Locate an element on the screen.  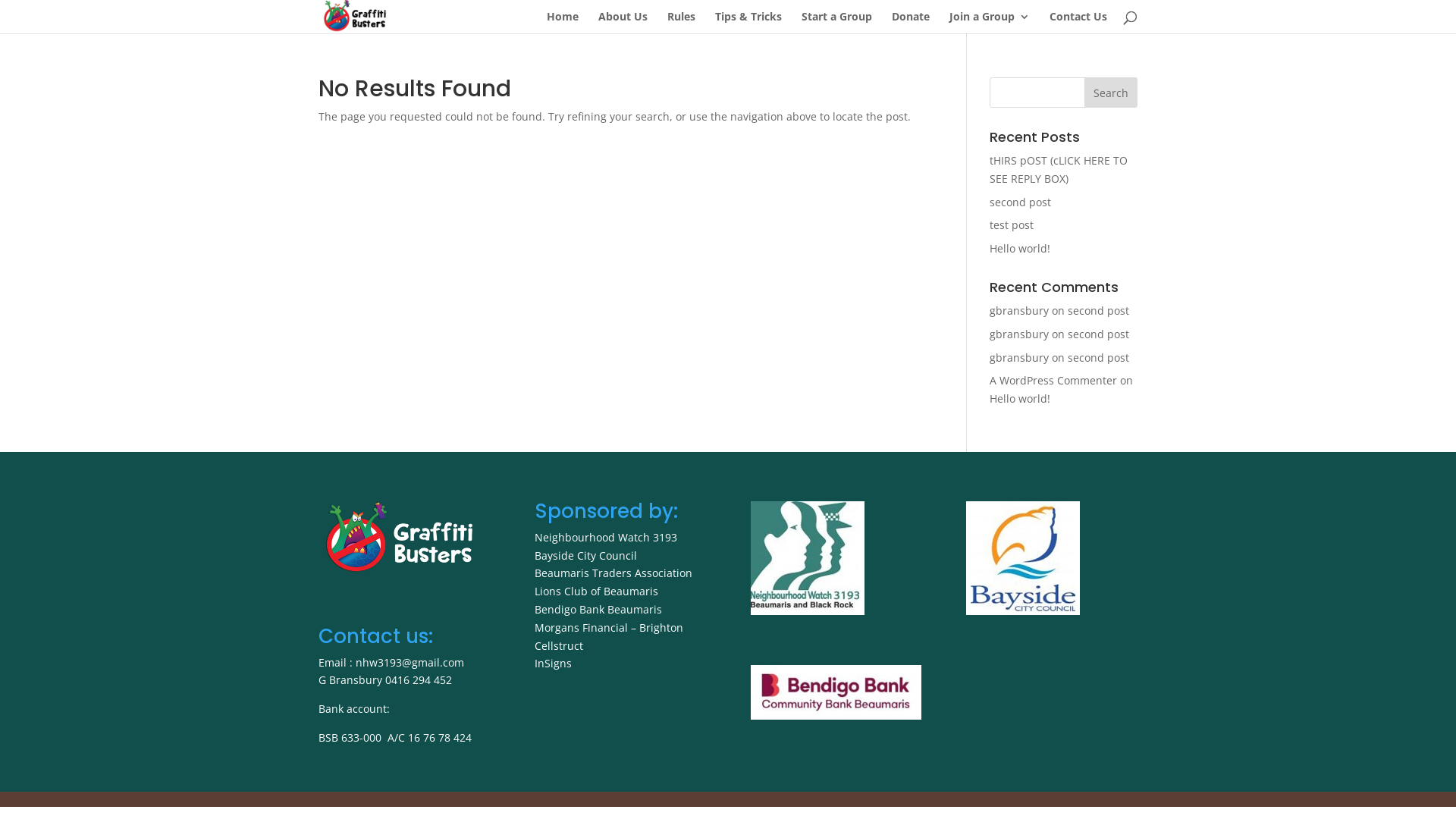
'Join a Group' is located at coordinates (990, 22).